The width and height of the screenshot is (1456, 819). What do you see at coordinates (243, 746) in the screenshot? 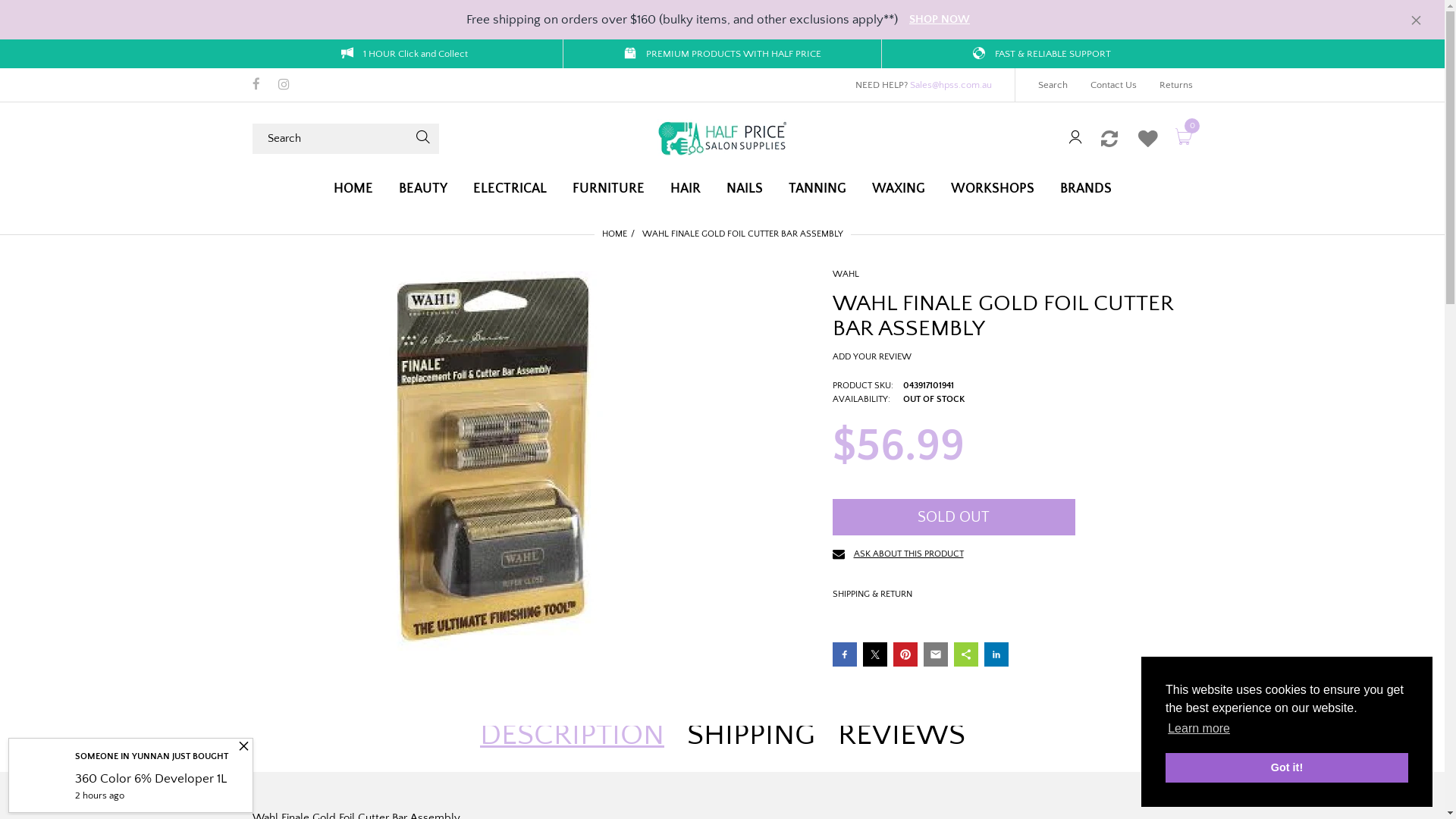
I see `'Close'` at bounding box center [243, 746].